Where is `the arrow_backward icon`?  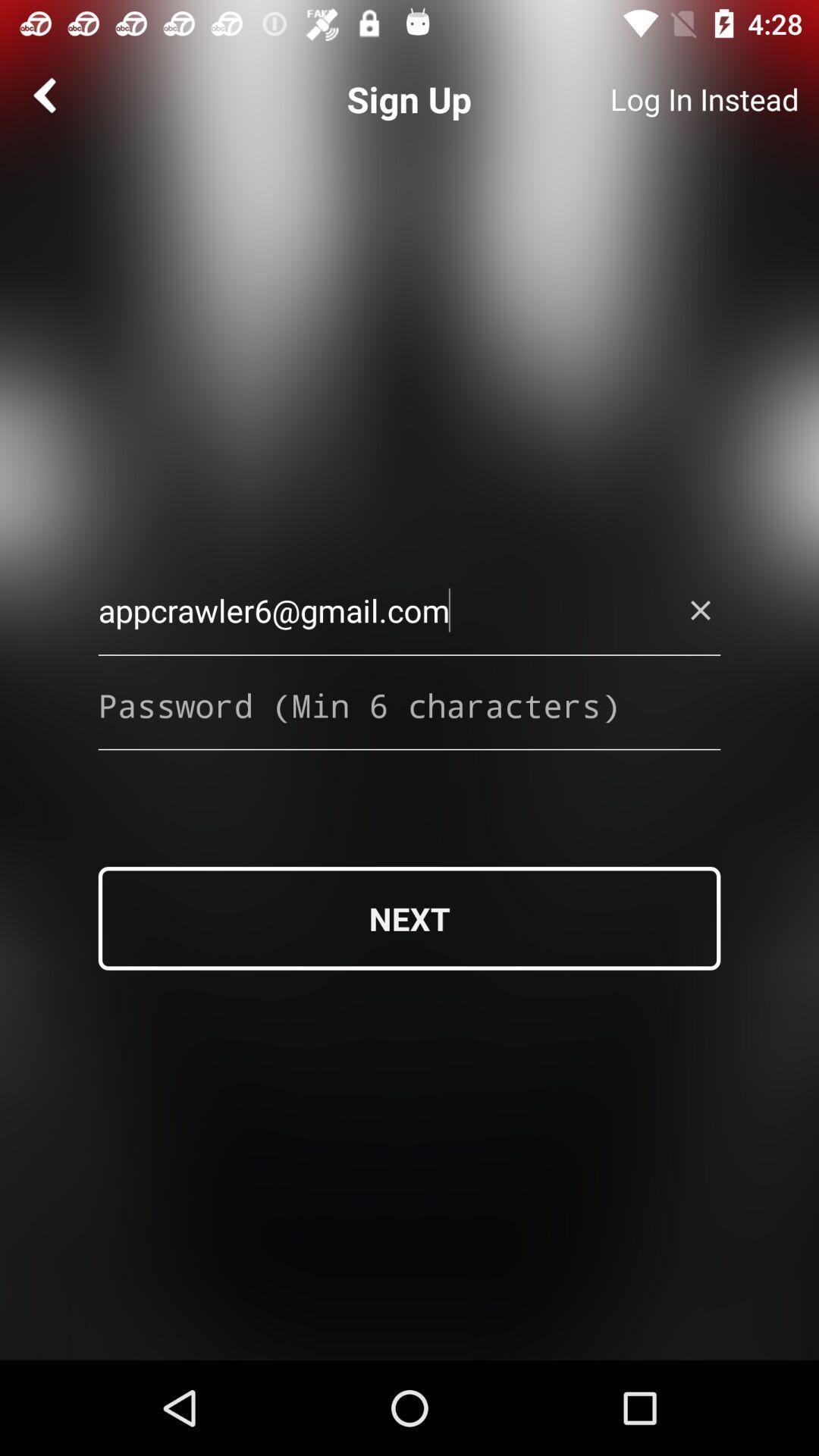
the arrow_backward icon is located at coordinates (46, 94).